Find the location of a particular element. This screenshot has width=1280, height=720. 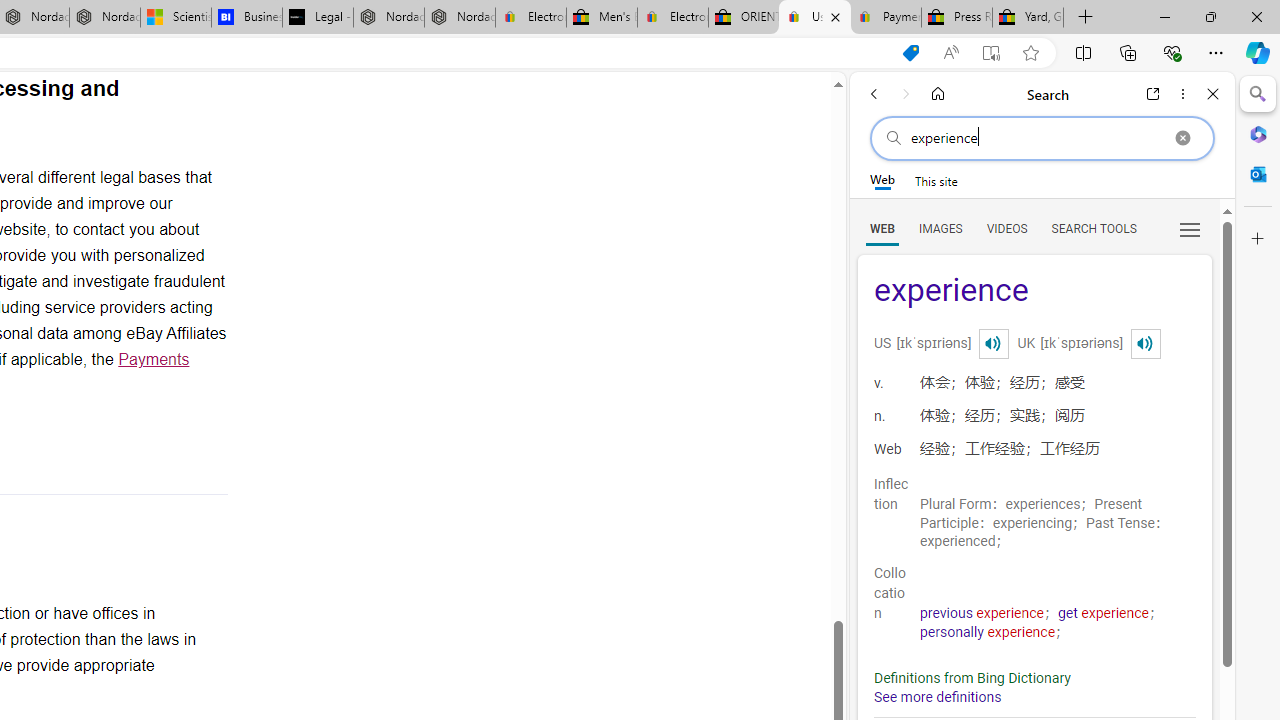

'personally experience' is located at coordinates (988, 632).